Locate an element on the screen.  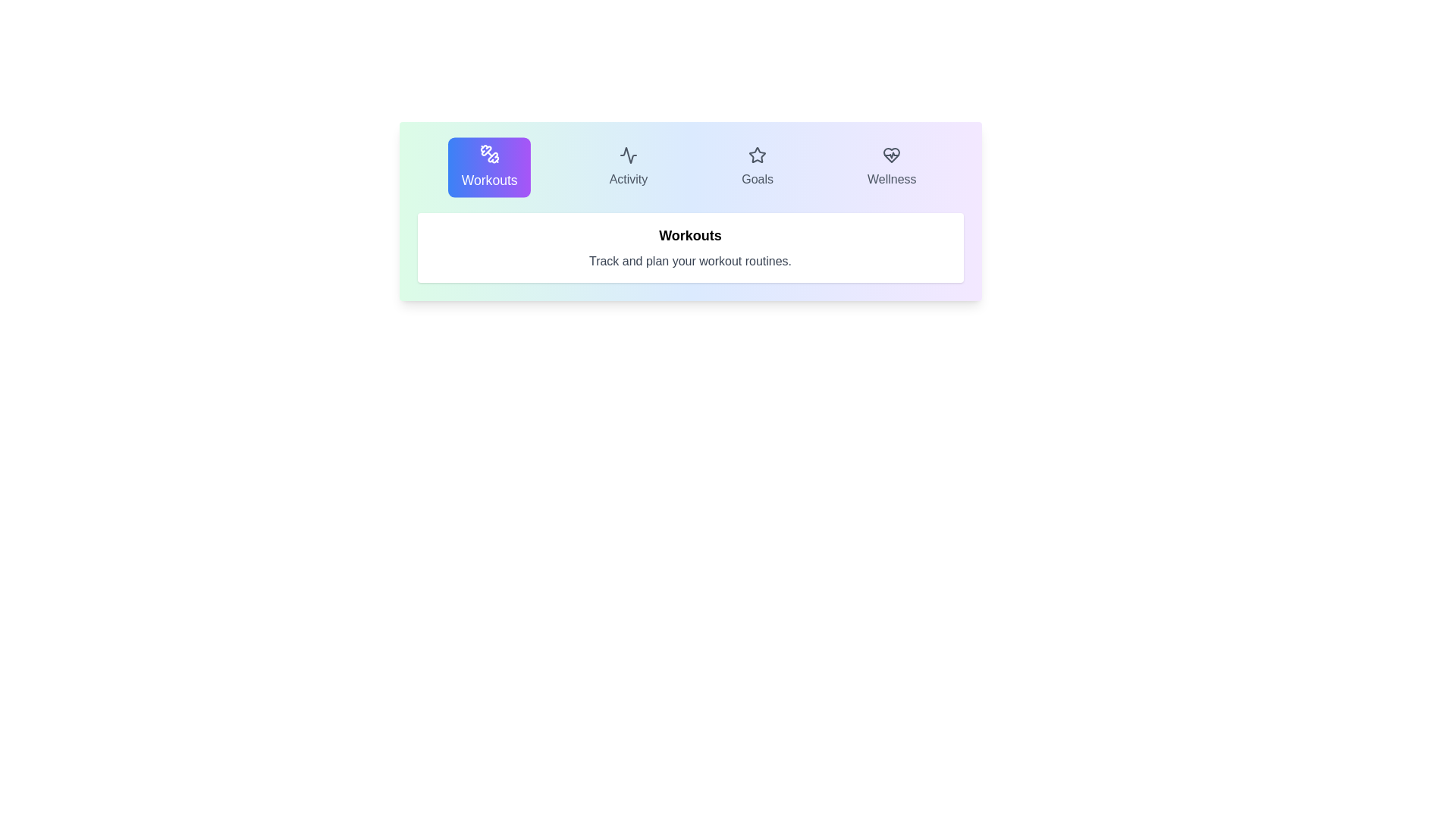
the 'Goals' icon located within the SVG graphic, positioned between the 'Activity' and 'Wellness' icons at the top of the interface is located at coordinates (758, 155).